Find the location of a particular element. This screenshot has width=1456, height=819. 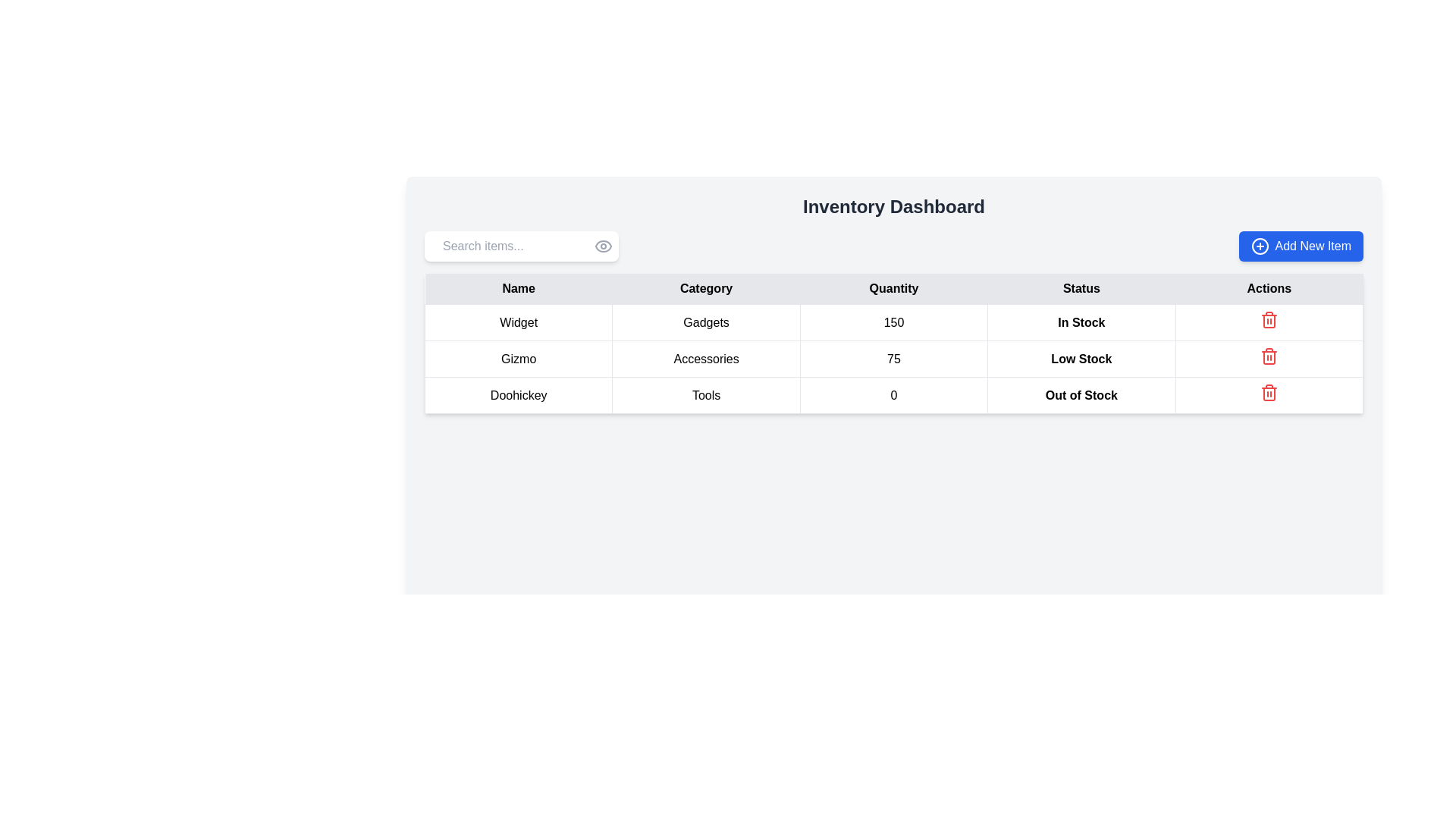

the decorative icon within the 'Add New Item' button located in the top-right corner of the interface is located at coordinates (1260, 245).